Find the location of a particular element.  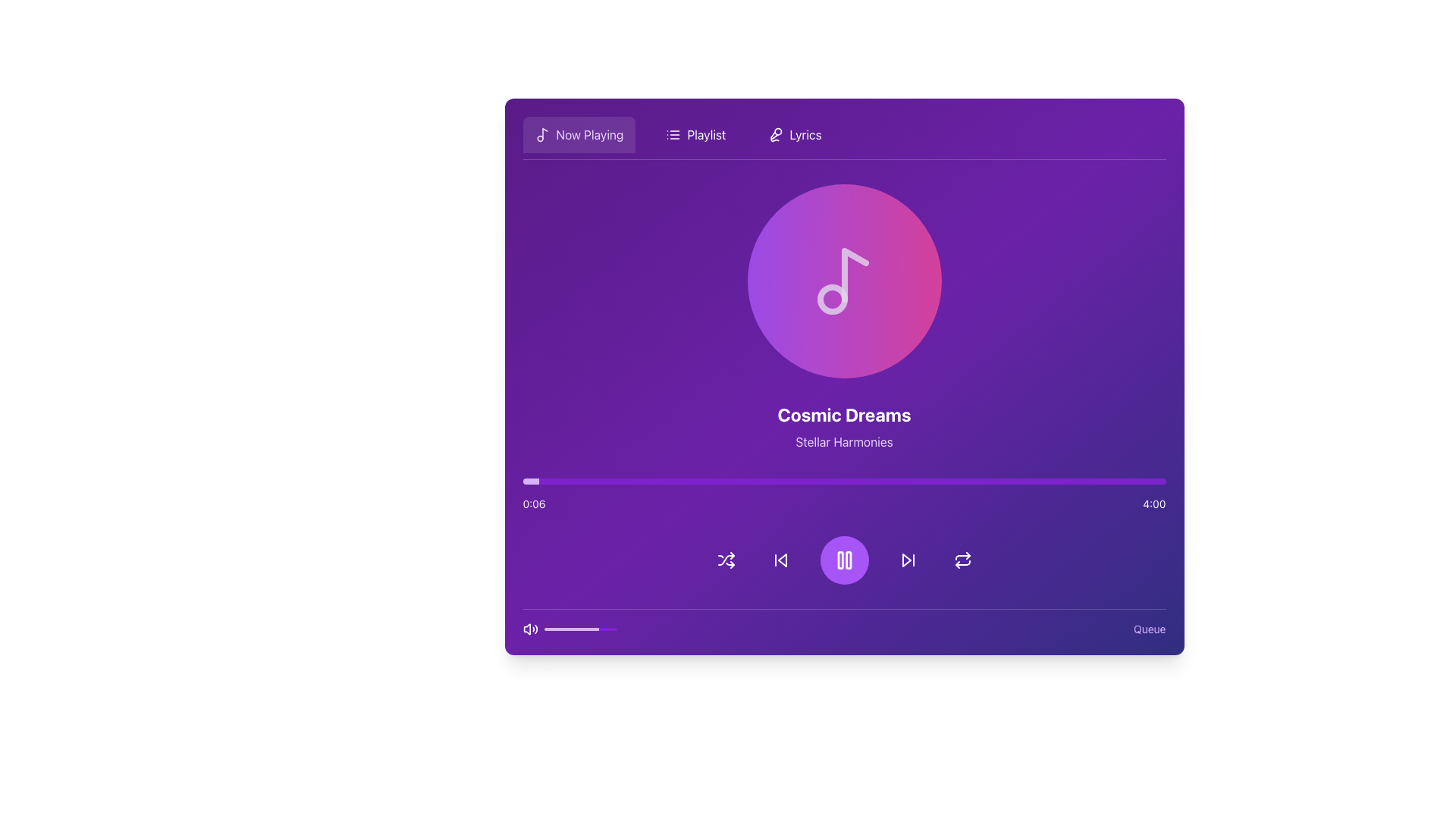

the text display that shows the title or name of the current song, located near the top center of the application interface, directly below the music note icon is located at coordinates (843, 415).